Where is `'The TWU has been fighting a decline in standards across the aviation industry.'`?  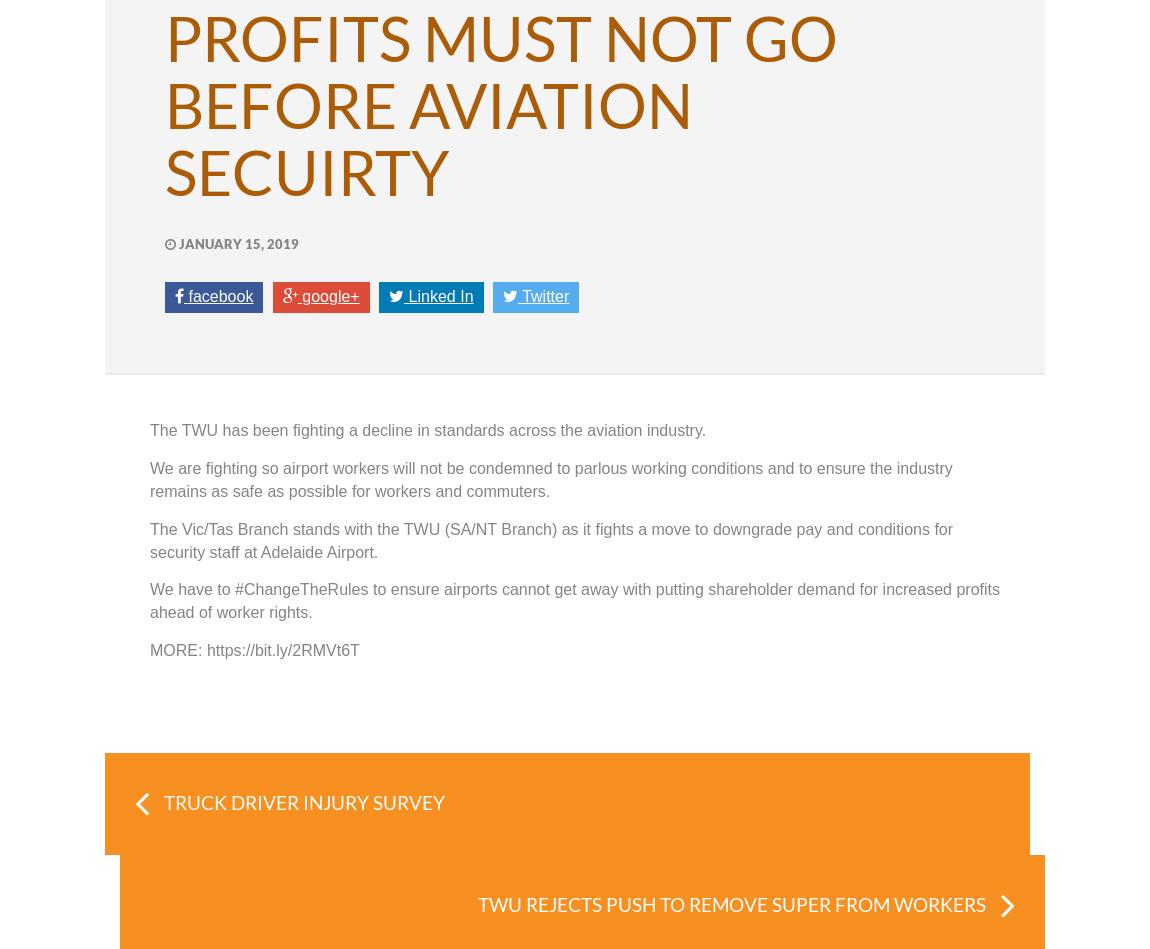 'The TWU has been fighting a decline in standards across the aviation industry.' is located at coordinates (148, 430).